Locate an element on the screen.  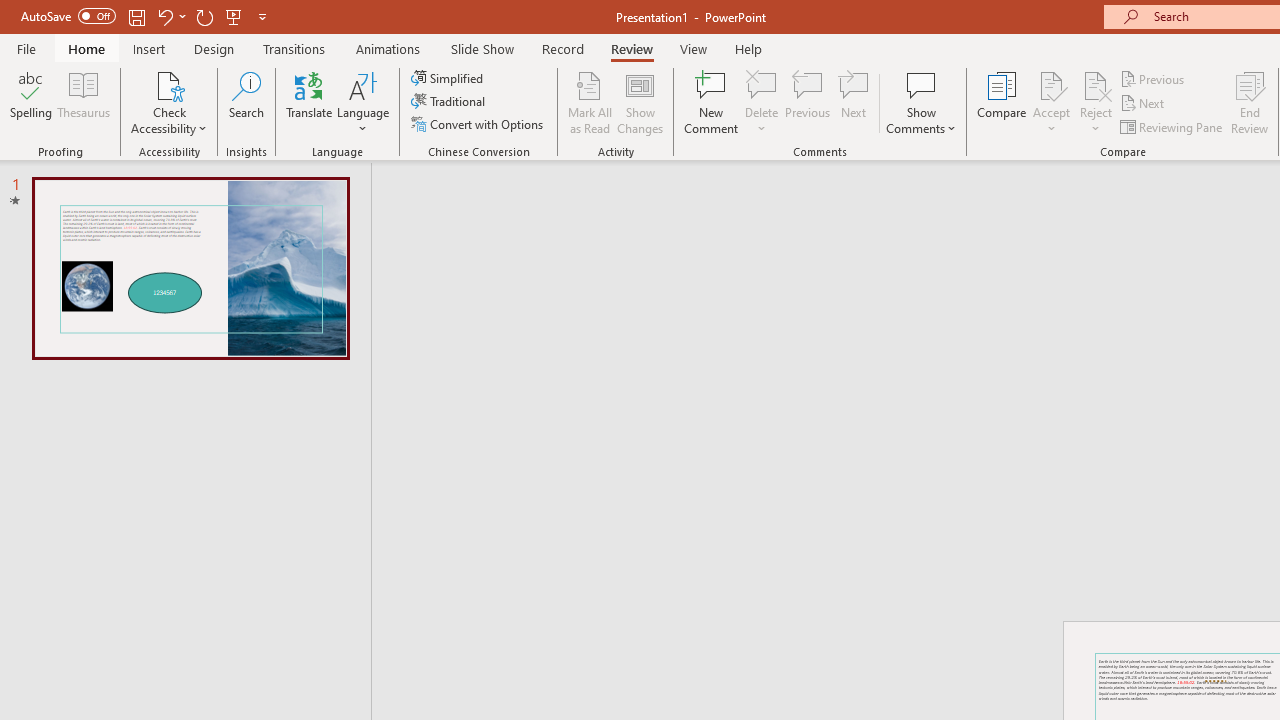
'Delete' is located at coordinates (761, 103).